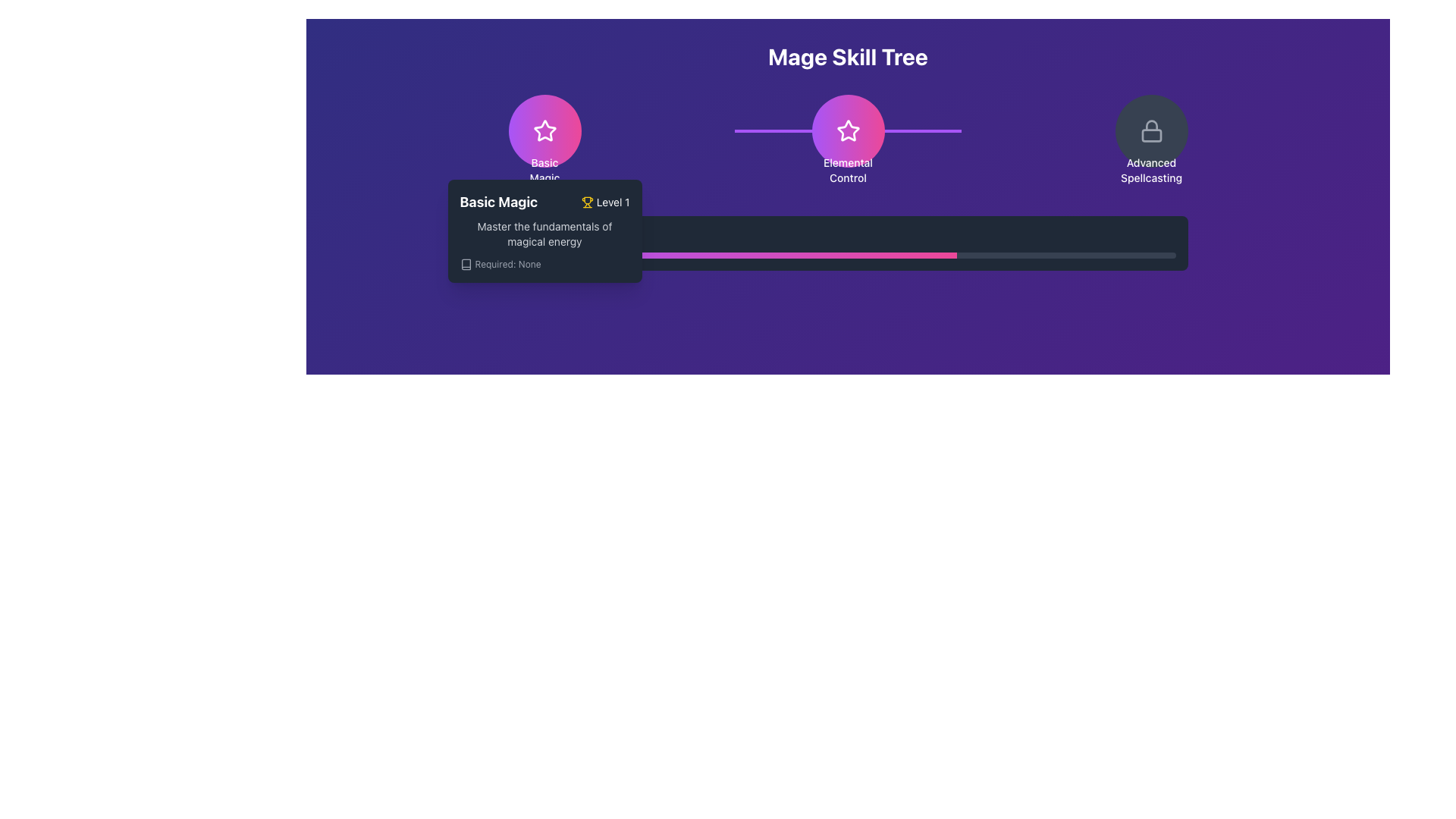 Image resolution: width=1456 pixels, height=819 pixels. What do you see at coordinates (847, 130) in the screenshot?
I see `the white star icon with a rounded stroke outline, which is the focal point of the 'Elemental Control' button` at bounding box center [847, 130].